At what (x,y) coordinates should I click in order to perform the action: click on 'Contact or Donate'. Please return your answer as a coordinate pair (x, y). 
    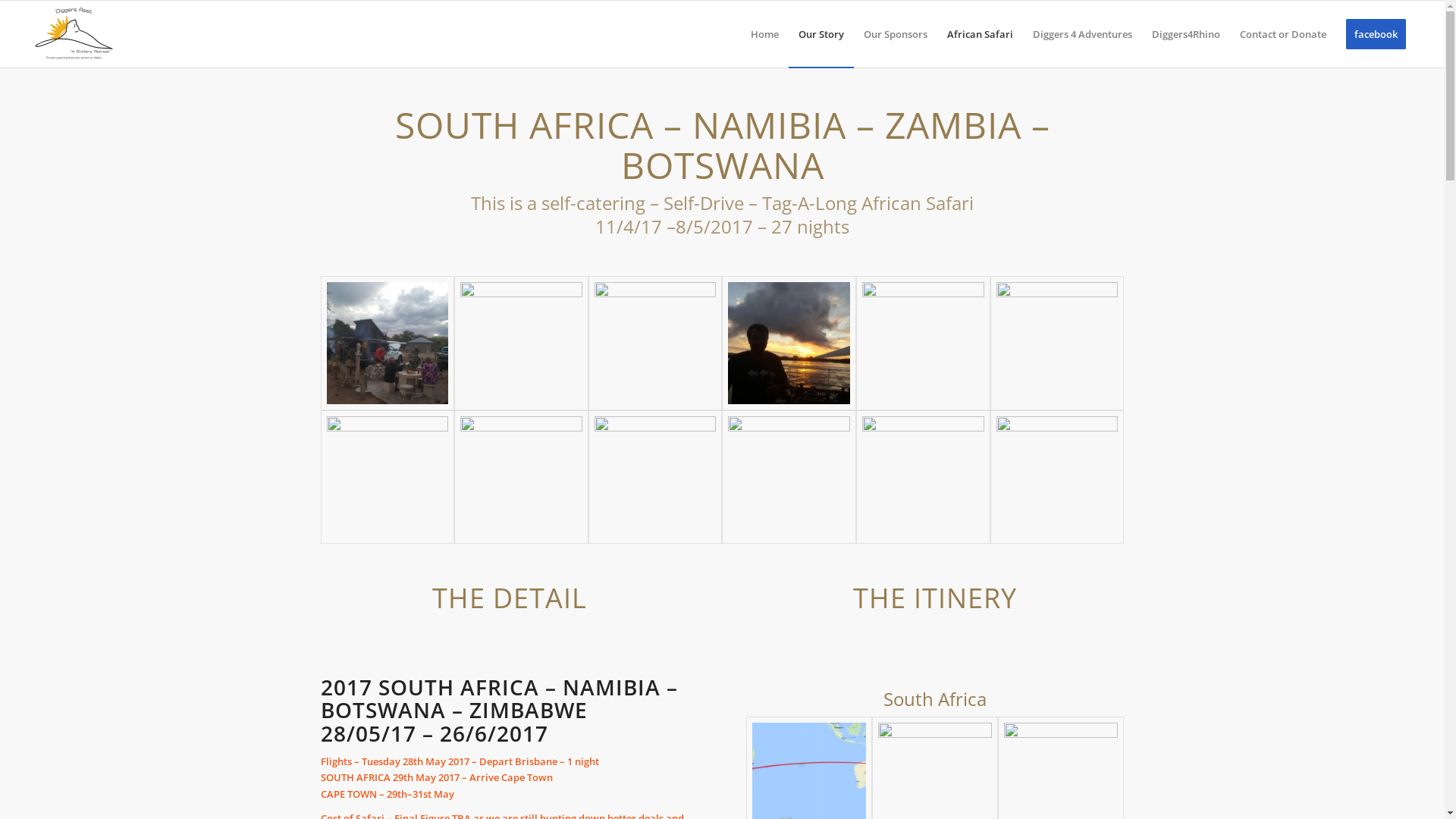
    Looking at the image, I should click on (1282, 34).